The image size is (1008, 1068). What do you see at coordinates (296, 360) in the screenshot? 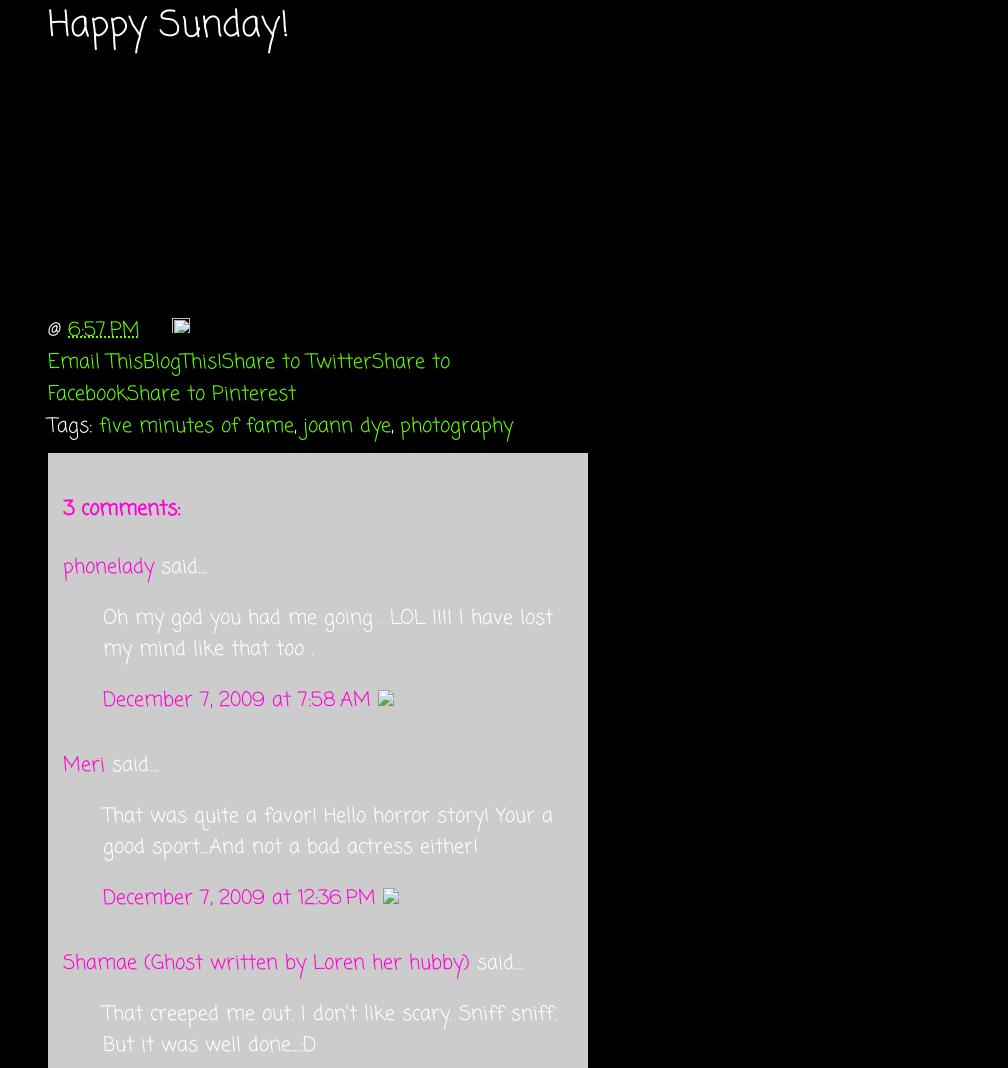
I see `'Share to Twitter'` at bounding box center [296, 360].